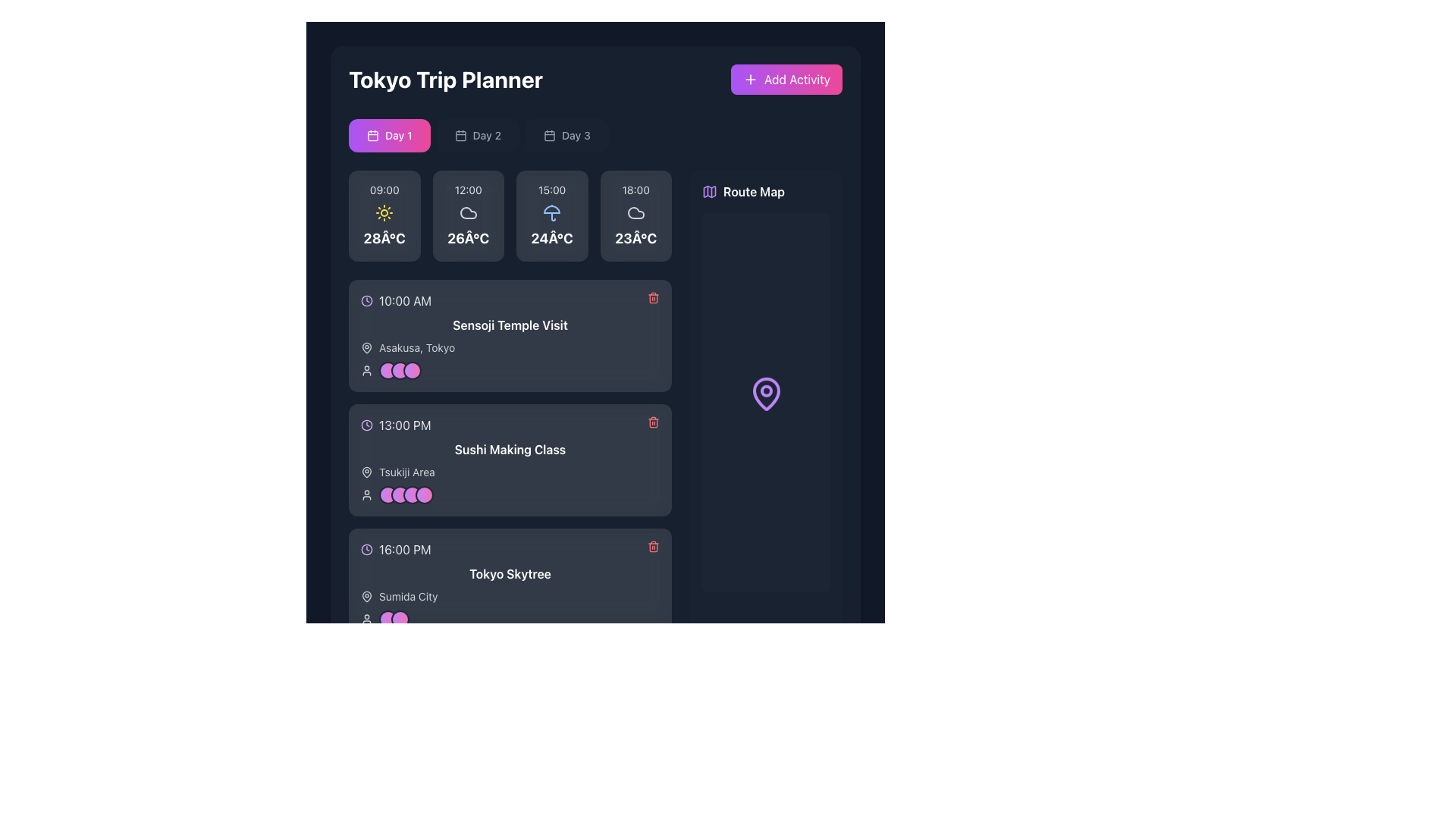  What do you see at coordinates (551, 213) in the screenshot?
I see `the blue umbrella-like icon that is centrally located between the time label '15:00' and the temperature '24°C'` at bounding box center [551, 213].